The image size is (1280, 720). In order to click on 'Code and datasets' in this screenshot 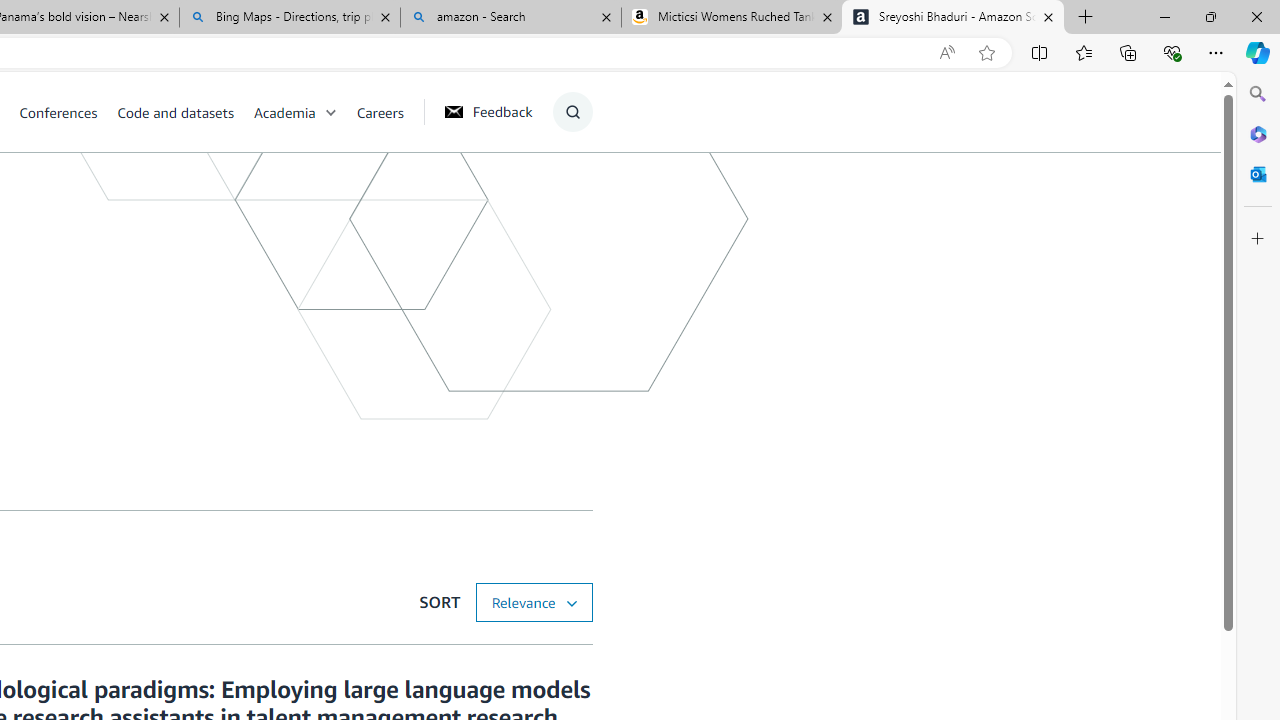, I will do `click(184, 111)`.